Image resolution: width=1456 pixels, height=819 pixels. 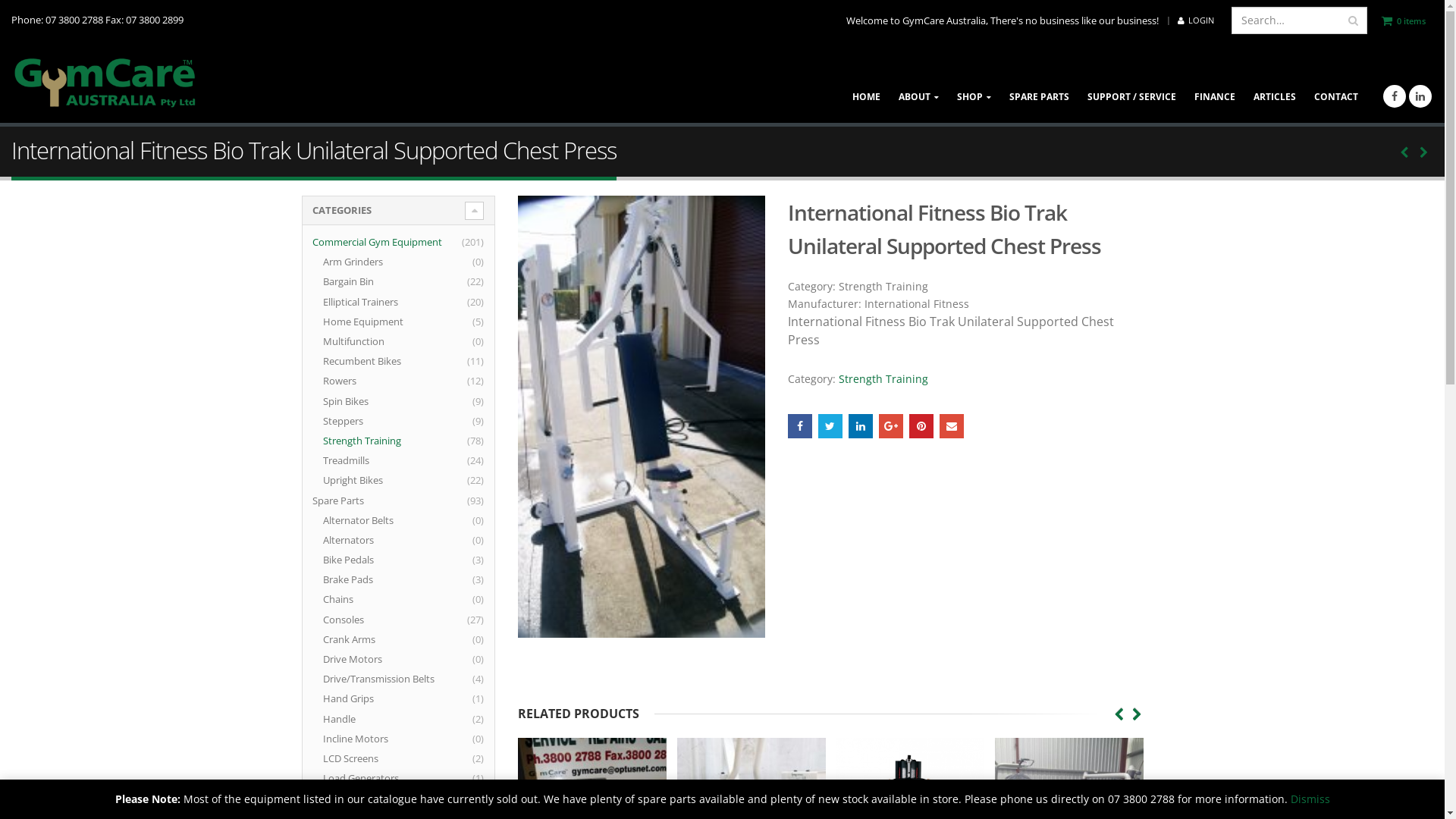 I want to click on 'FINANCE', so click(x=1215, y=82).